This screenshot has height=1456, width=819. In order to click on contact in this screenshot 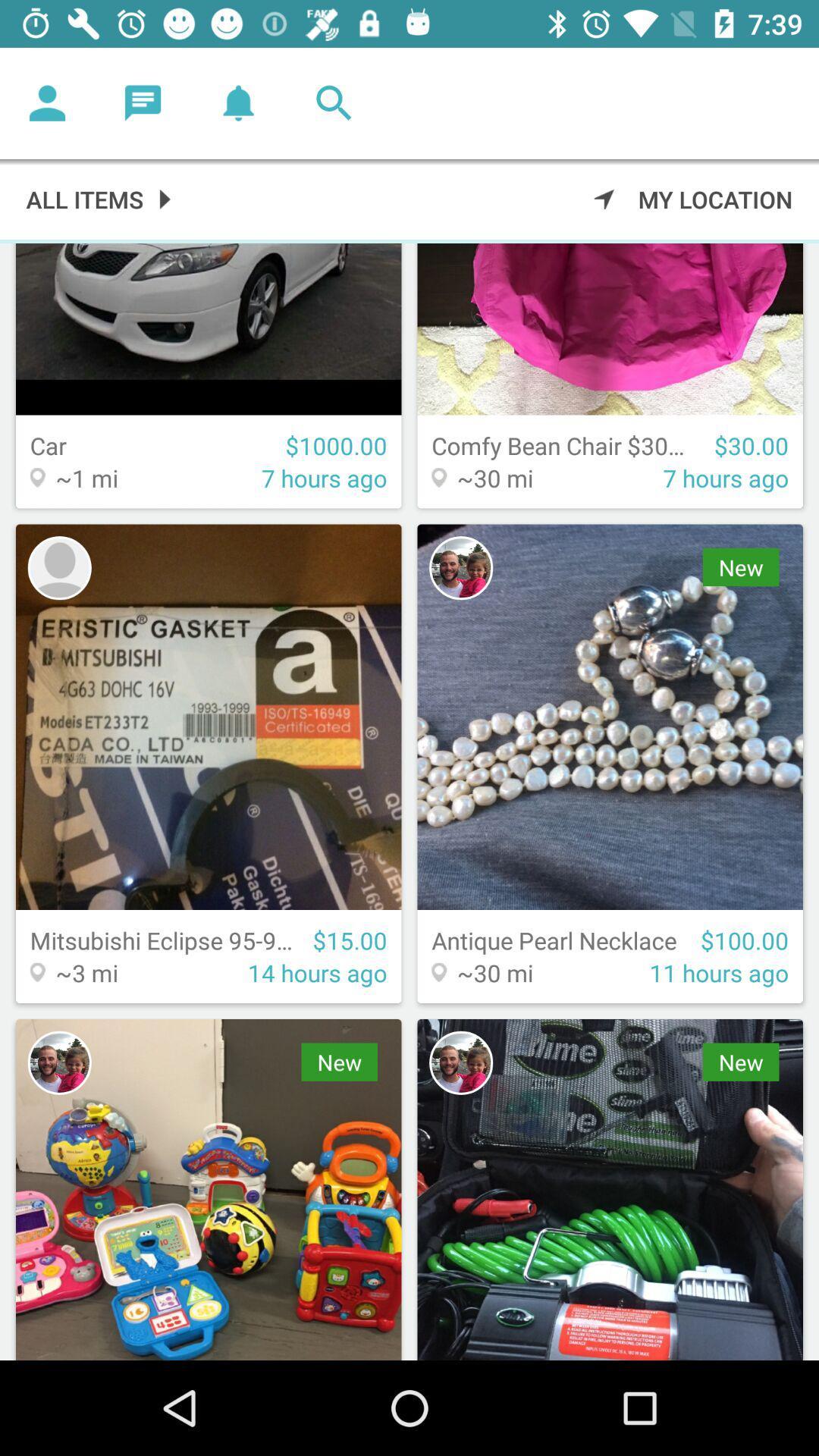, I will do `click(58, 567)`.